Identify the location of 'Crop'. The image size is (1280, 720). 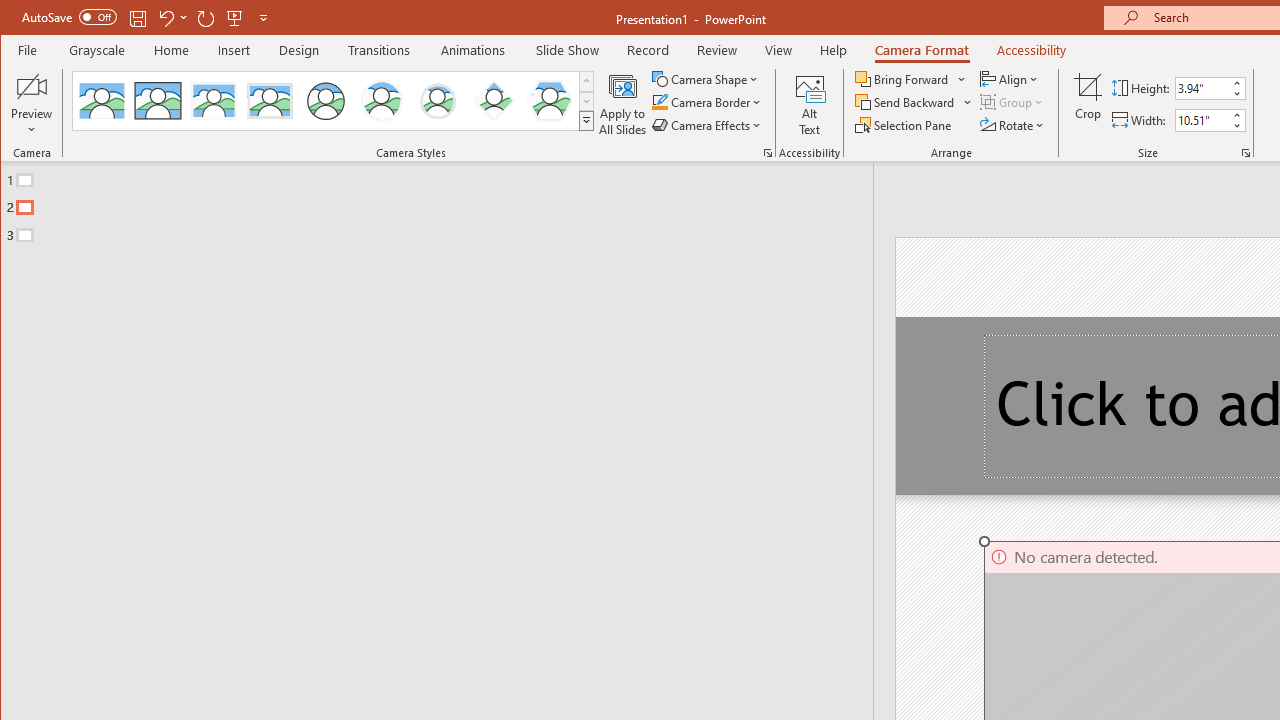
(1087, 104).